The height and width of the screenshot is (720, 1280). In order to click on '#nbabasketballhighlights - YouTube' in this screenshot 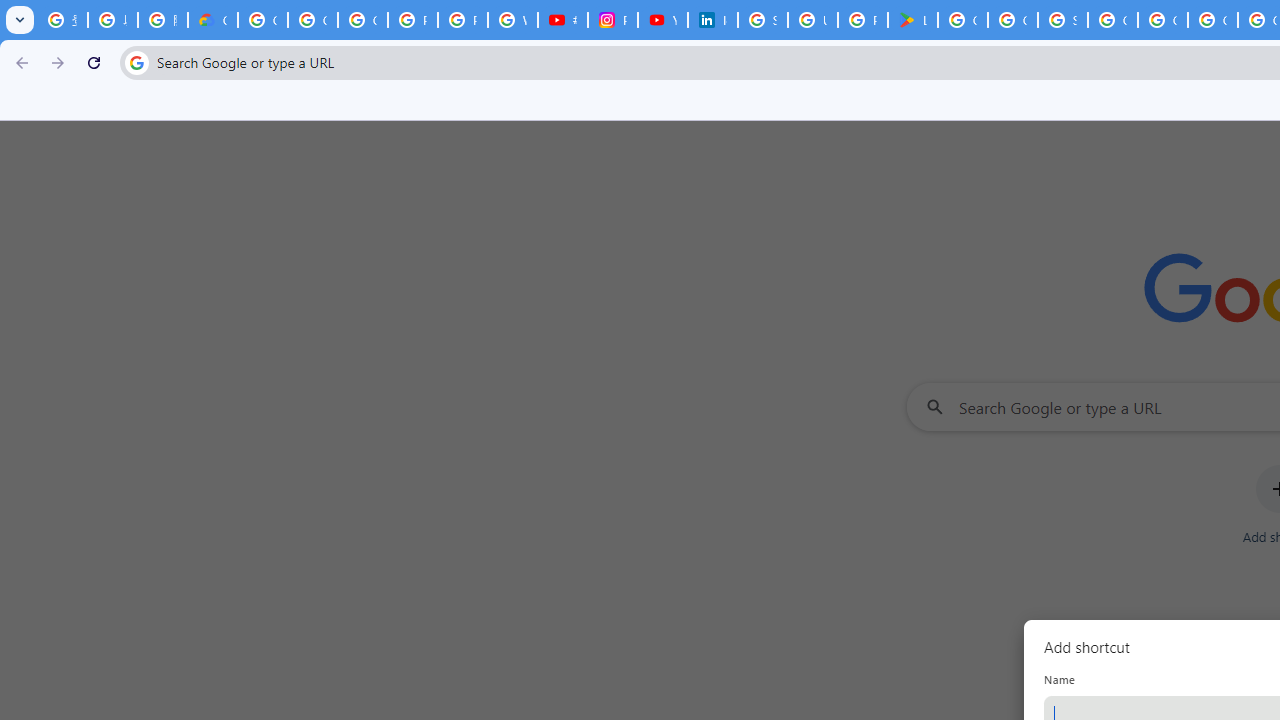, I will do `click(561, 20)`.